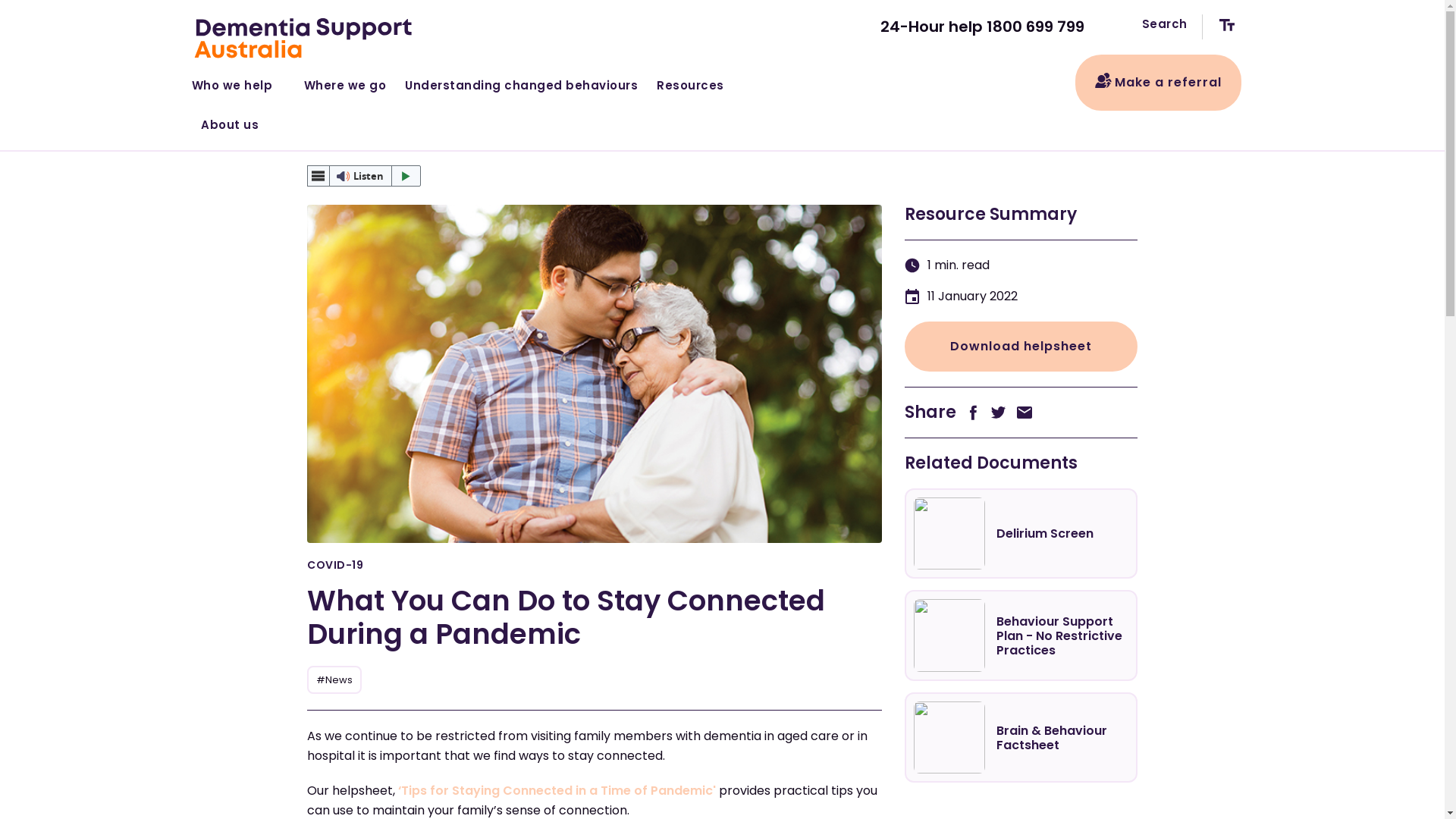 The height and width of the screenshot is (819, 1456). I want to click on 'Where we go', so click(344, 82).